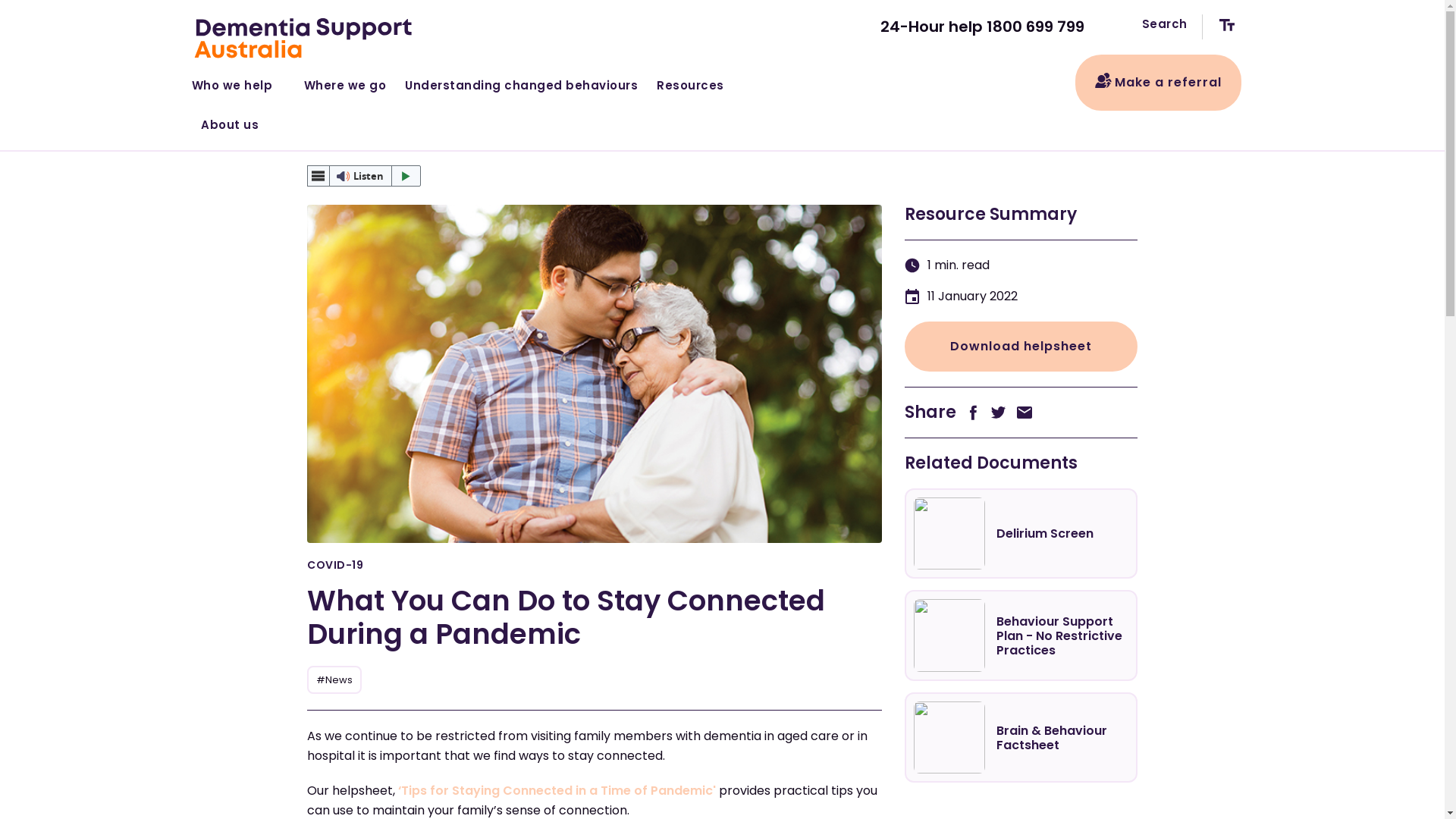 The height and width of the screenshot is (819, 1456). I want to click on 'Where we go', so click(344, 82).